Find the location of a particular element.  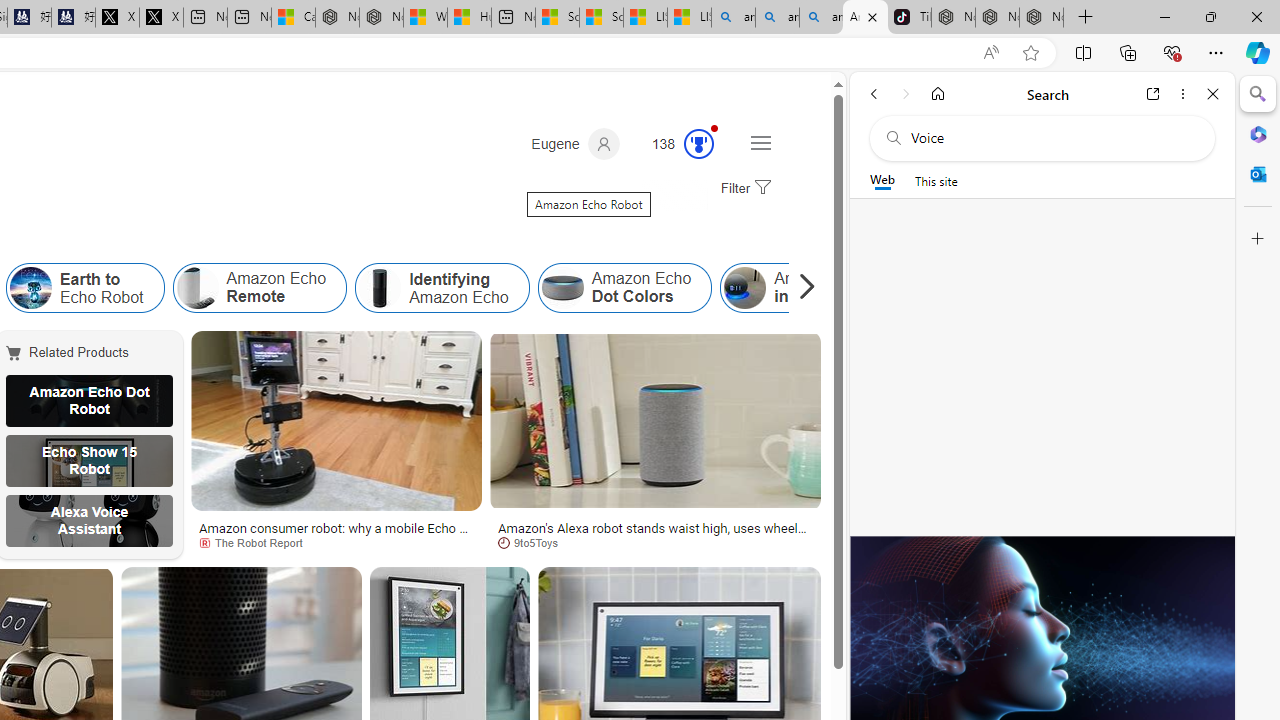

'Alexa Voice Assistant Robot' is located at coordinates (88, 520).